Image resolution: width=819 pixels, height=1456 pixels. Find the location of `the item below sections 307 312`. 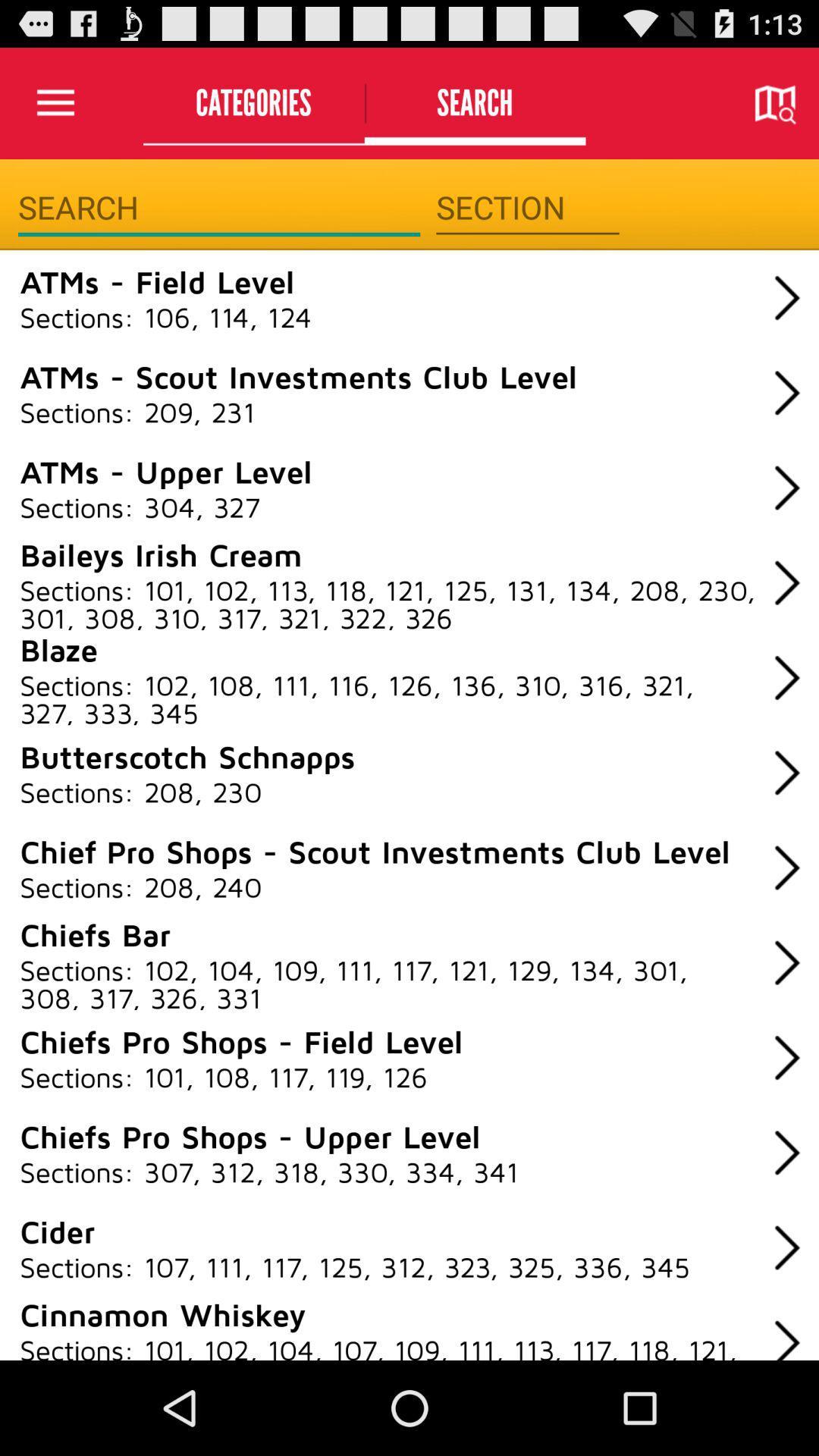

the item below sections 307 312 is located at coordinates (56, 1231).